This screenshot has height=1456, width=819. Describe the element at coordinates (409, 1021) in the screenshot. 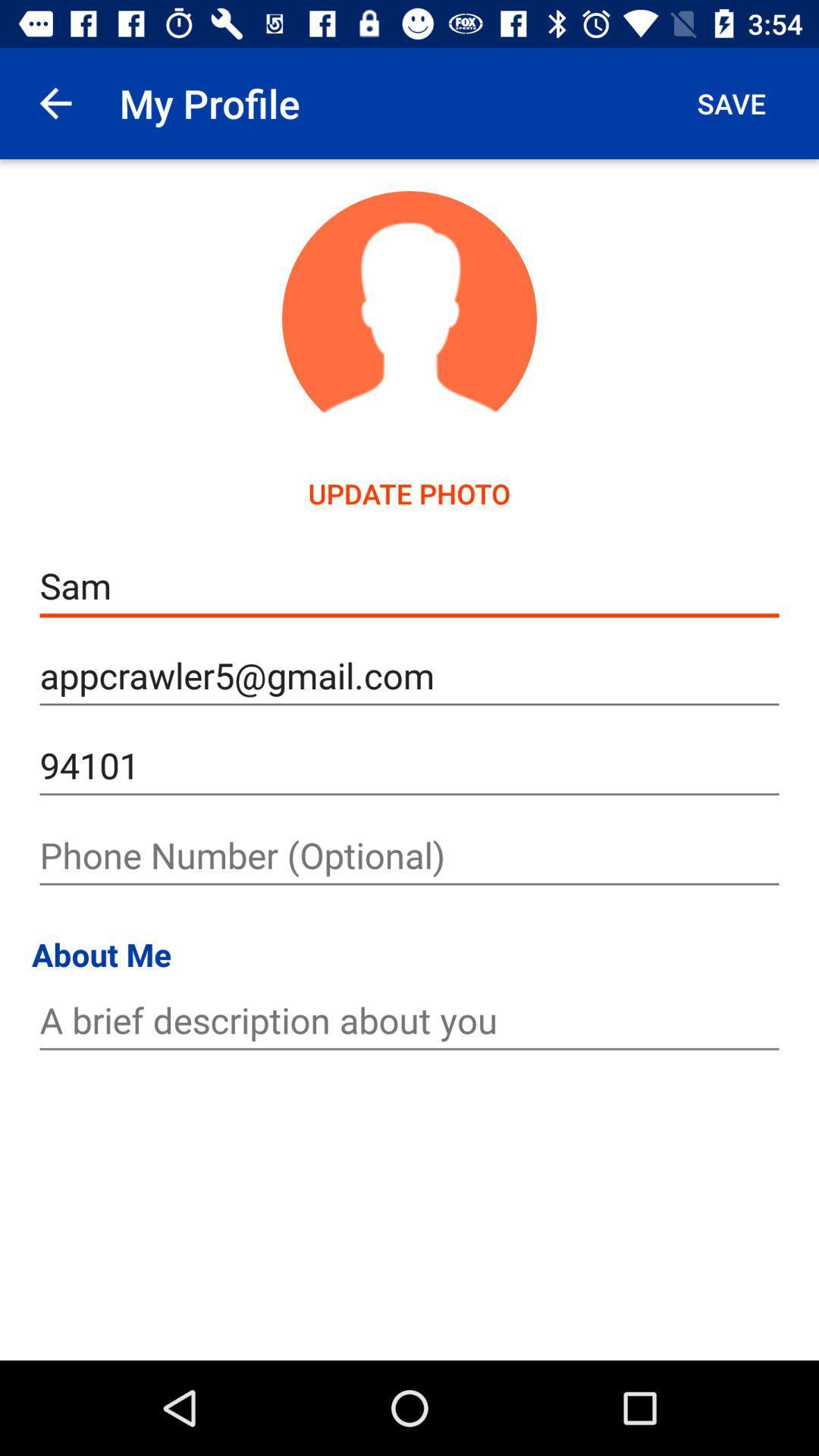

I see `description about yourself` at that location.